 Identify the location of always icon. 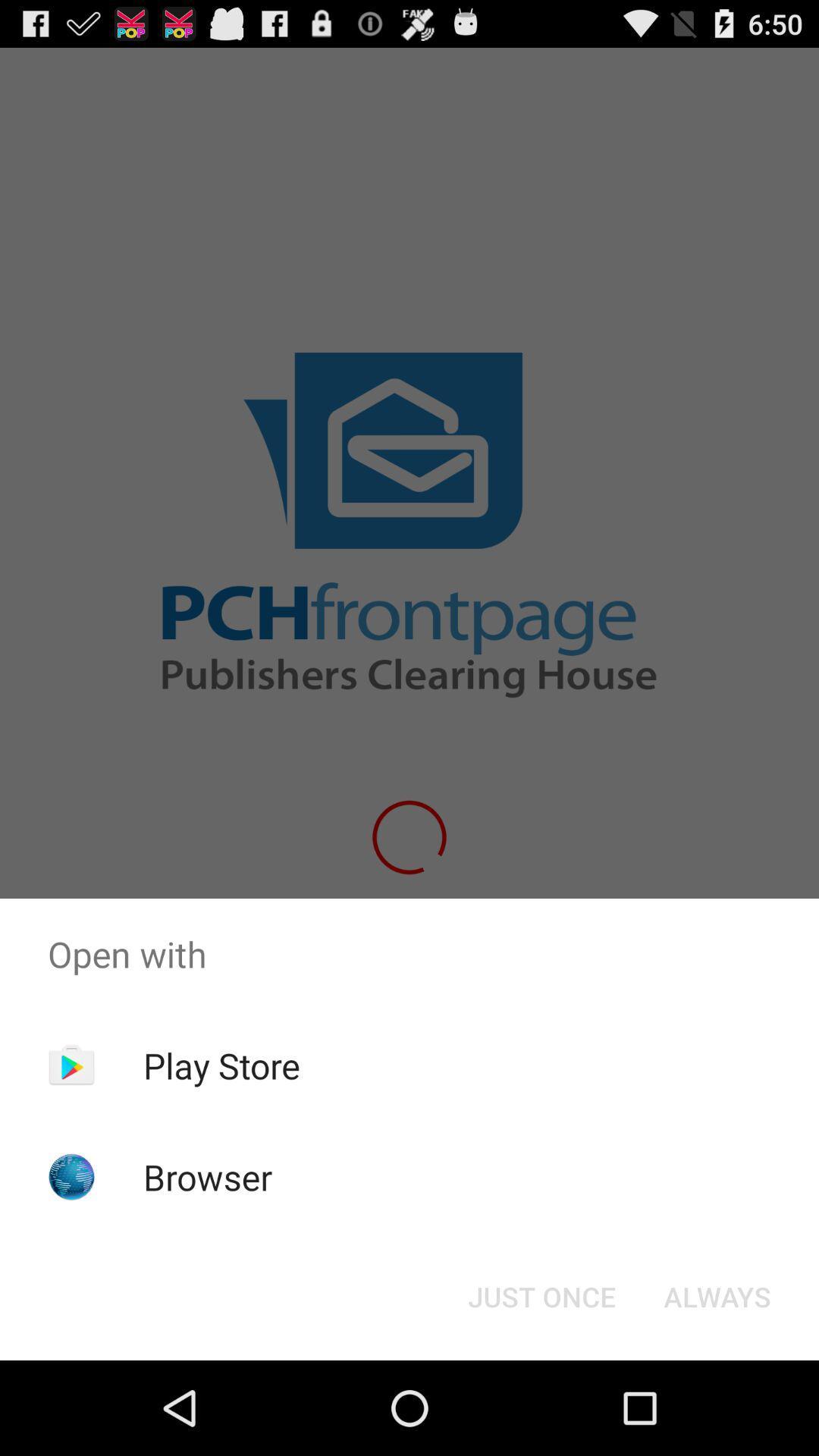
(717, 1295).